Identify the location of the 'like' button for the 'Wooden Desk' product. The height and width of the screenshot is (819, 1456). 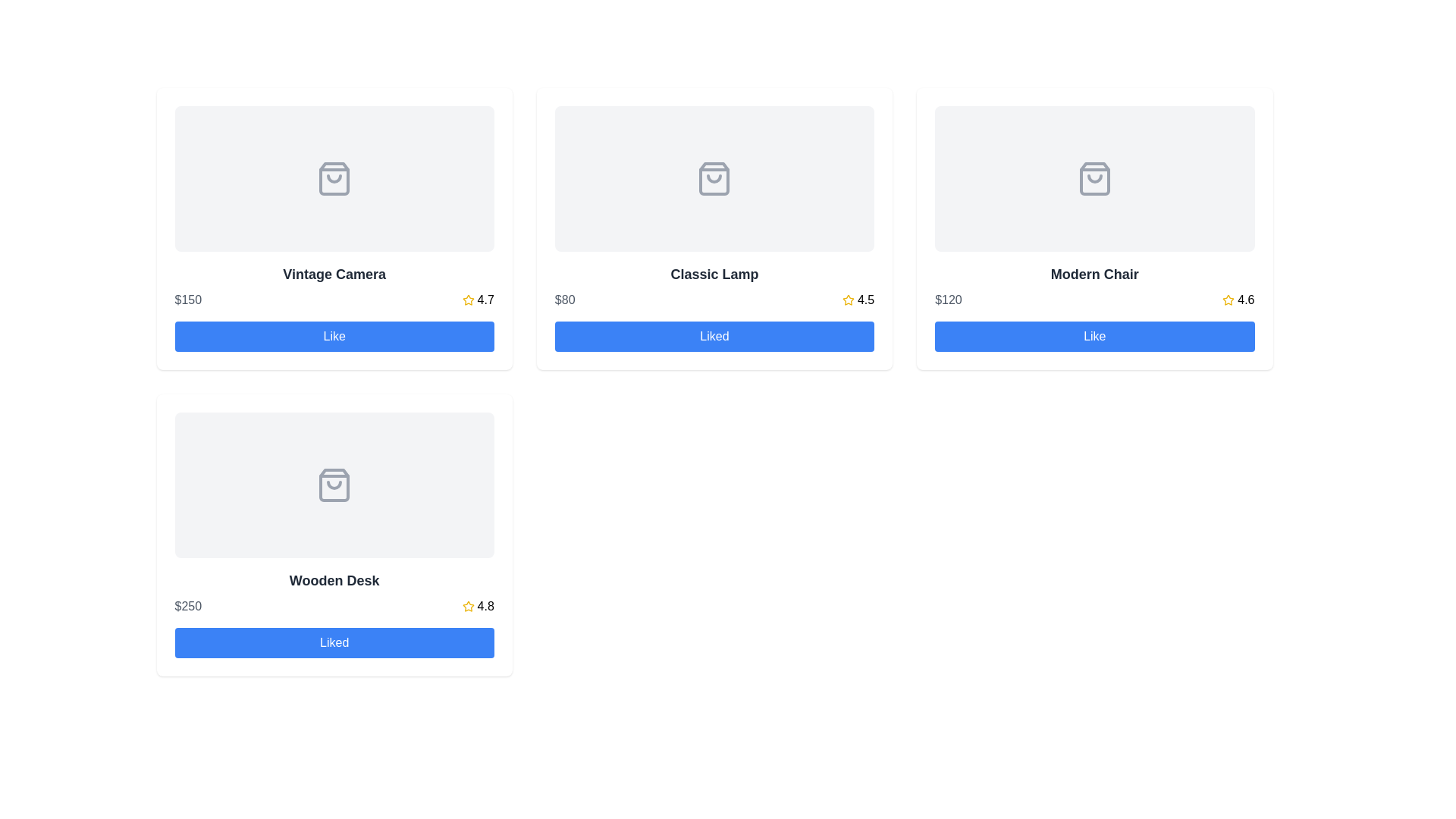
(334, 643).